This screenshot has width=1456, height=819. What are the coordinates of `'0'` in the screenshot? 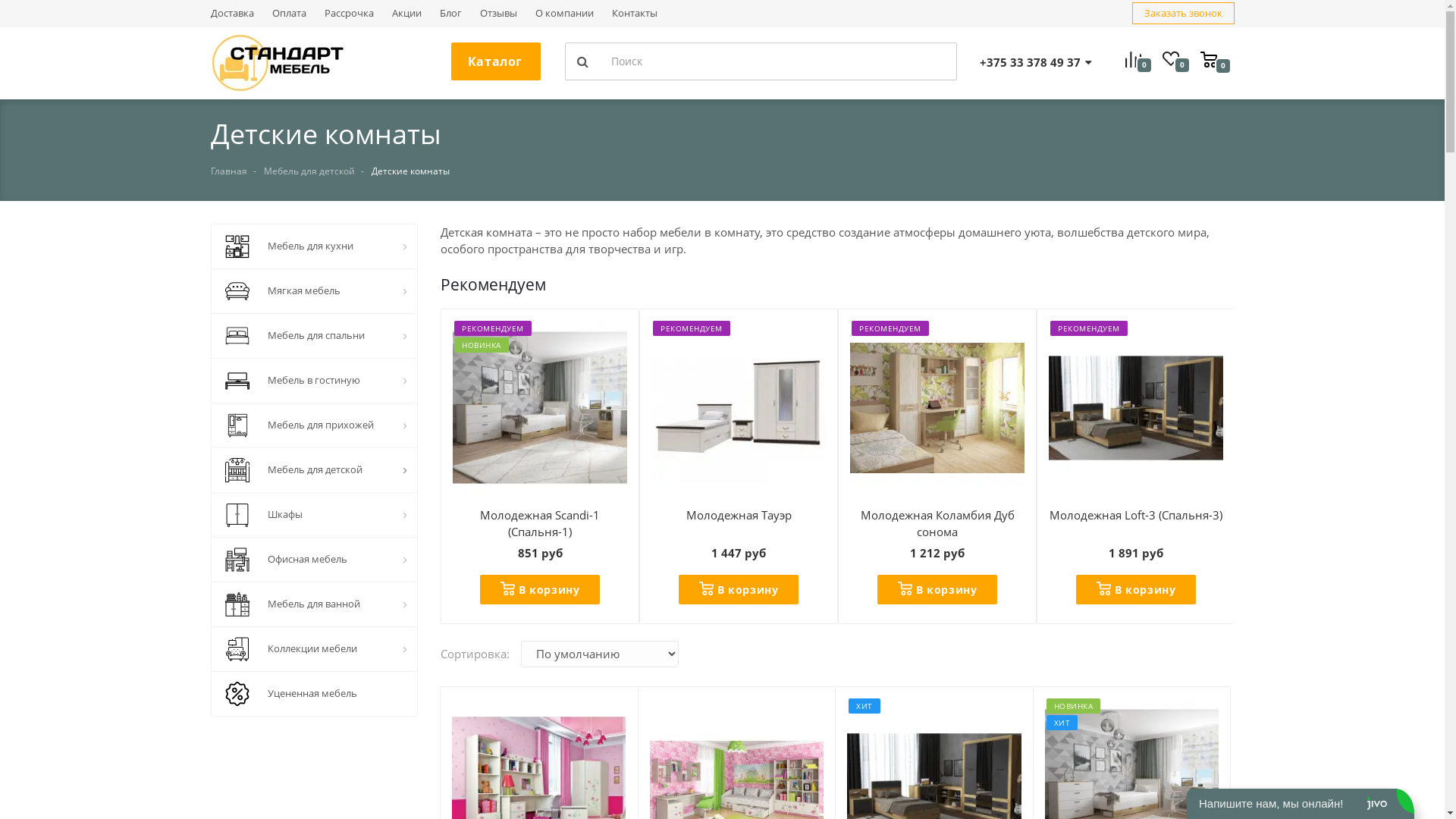 It's located at (1160, 61).